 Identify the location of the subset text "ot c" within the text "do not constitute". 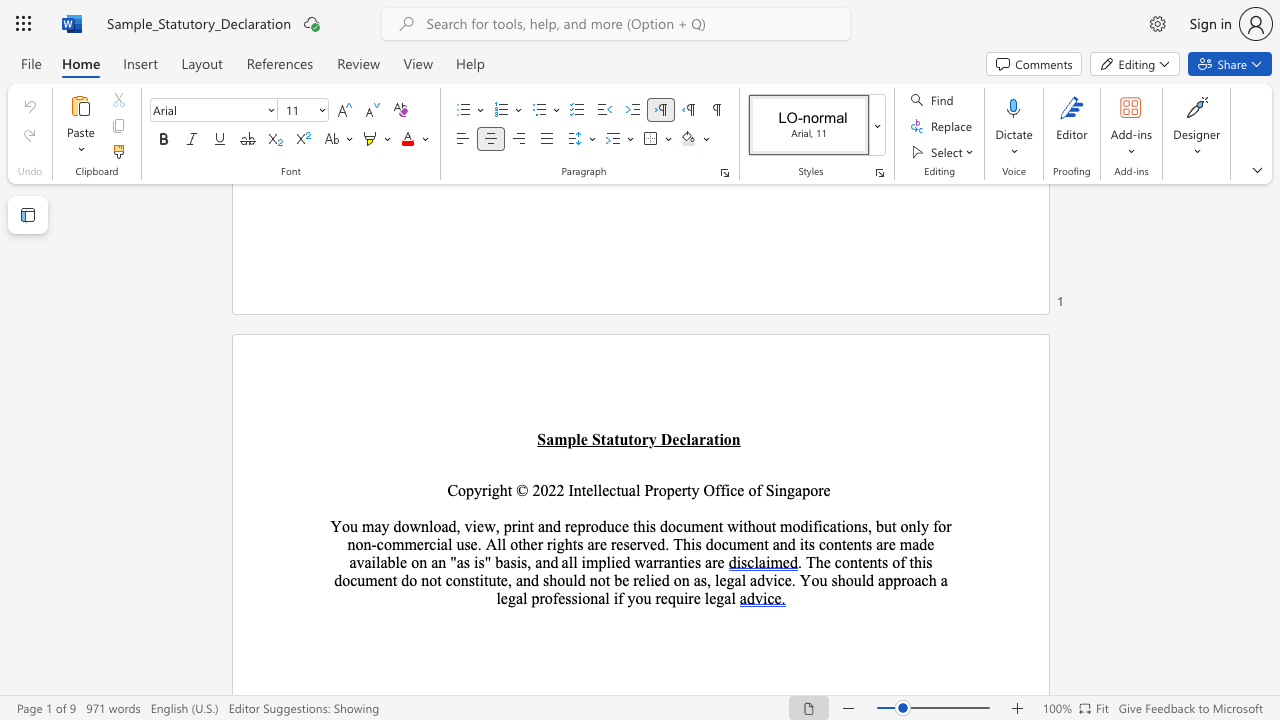
(428, 580).